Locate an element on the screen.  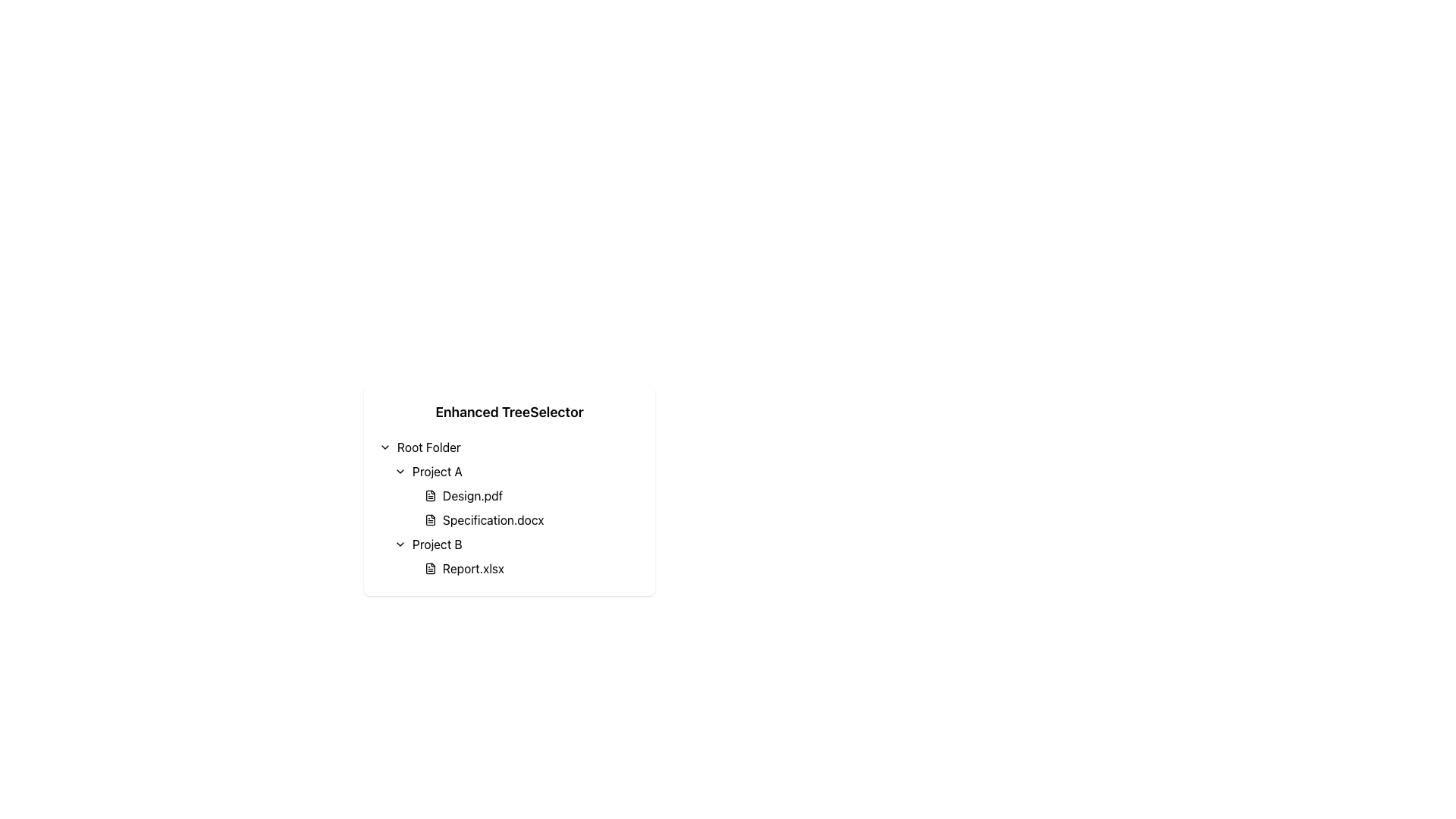
the downward-facing chevron SVG icon is located at coordinates (400, 470).